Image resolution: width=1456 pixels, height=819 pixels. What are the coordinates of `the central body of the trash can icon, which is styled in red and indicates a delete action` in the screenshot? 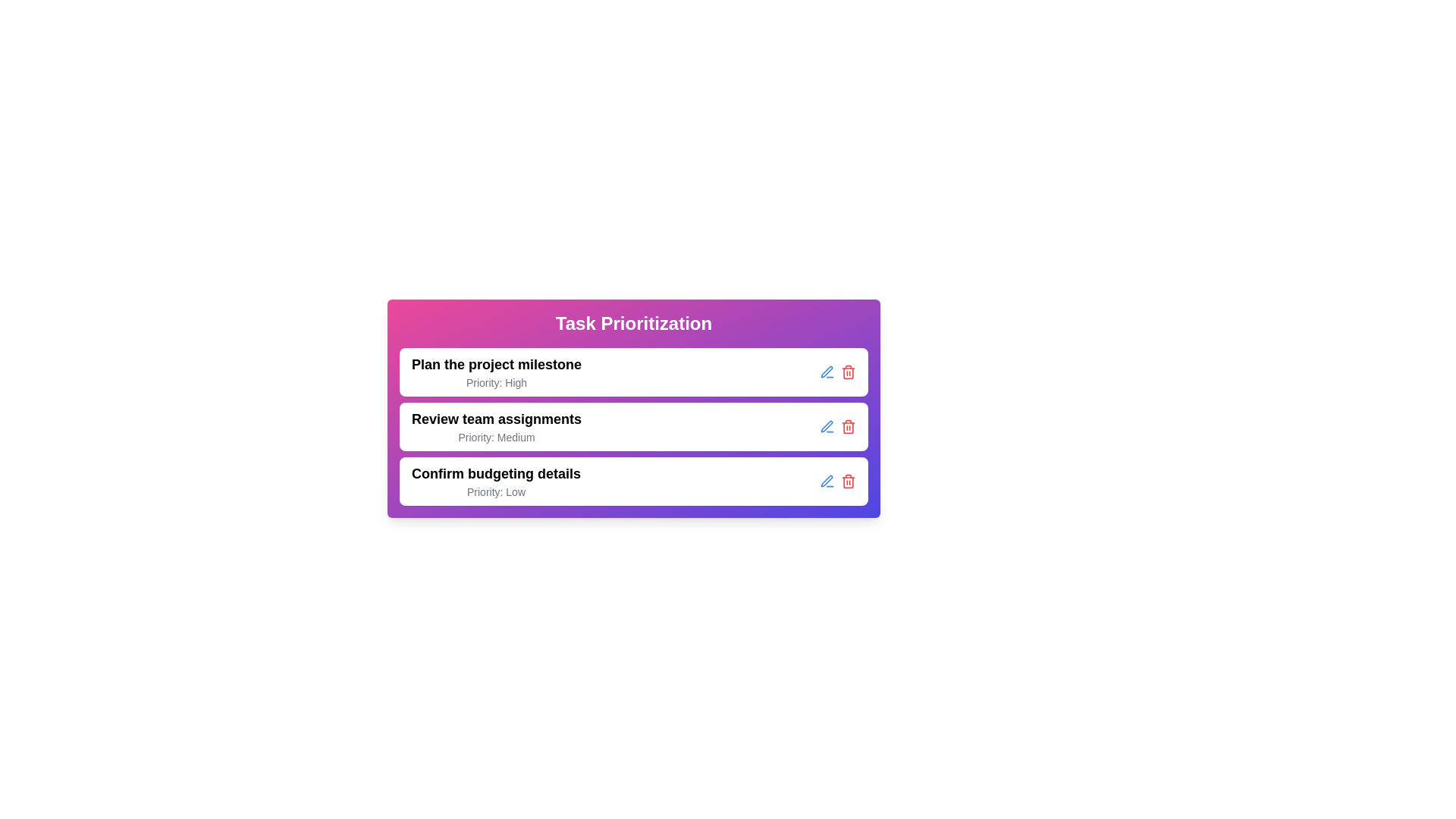 It's located at (847, 427).